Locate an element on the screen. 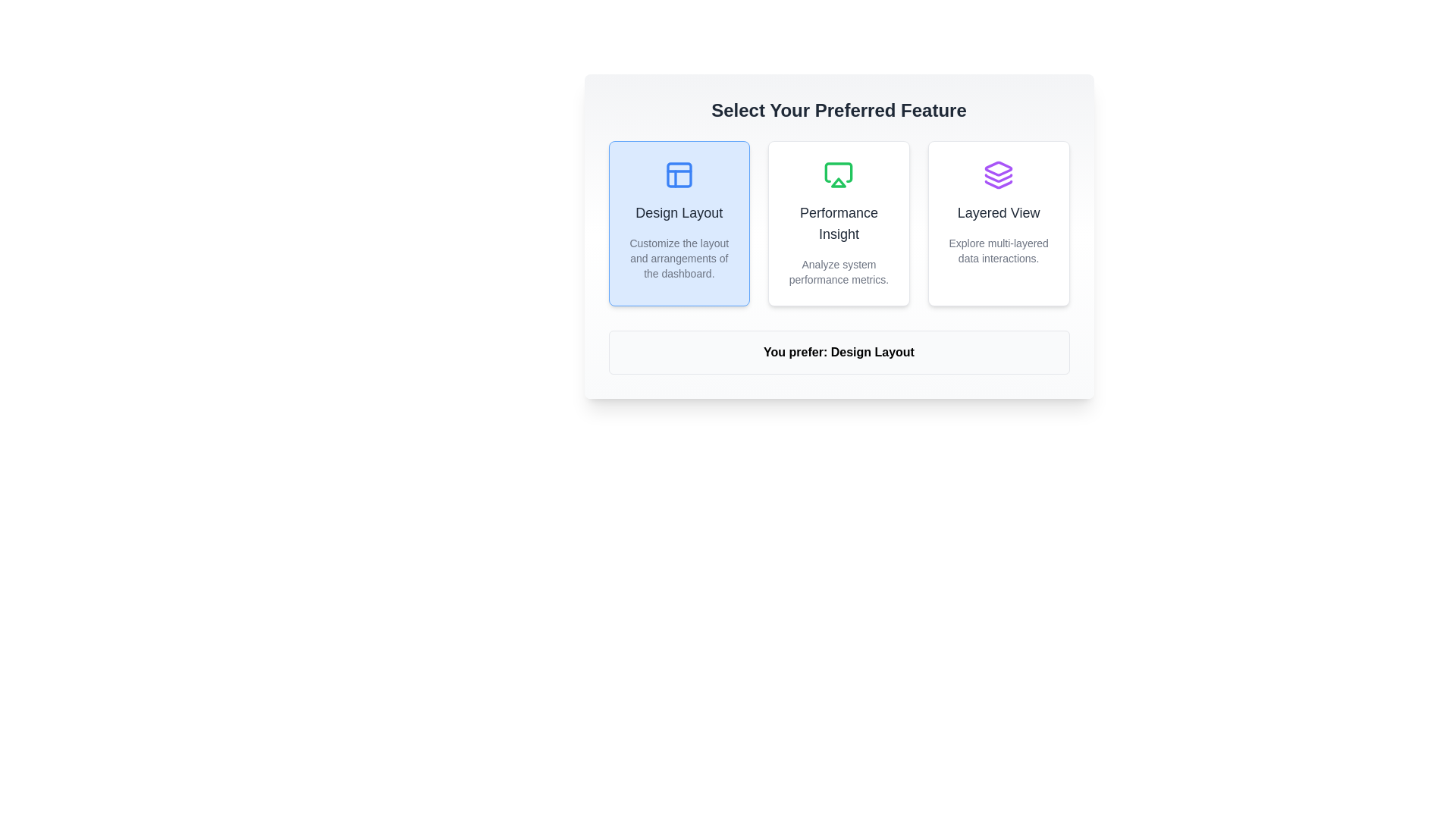 Image resolution: width=1456 pixels, height=819 pixels. the visual identifier icon for the 'Layered View' feature, located at the top of the rightmost card in a set of three cards is located at coordinates (999, 174).